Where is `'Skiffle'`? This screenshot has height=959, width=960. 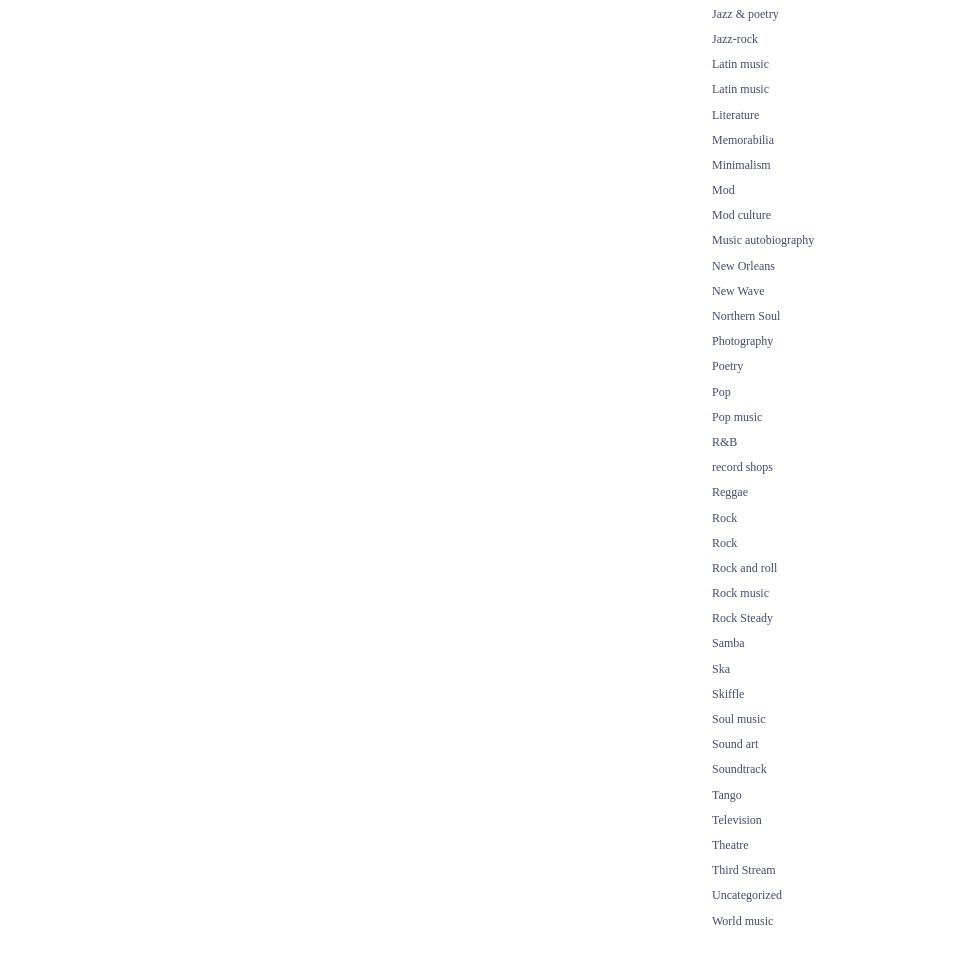 'Skiffle' is located at coordinates (726, 691).